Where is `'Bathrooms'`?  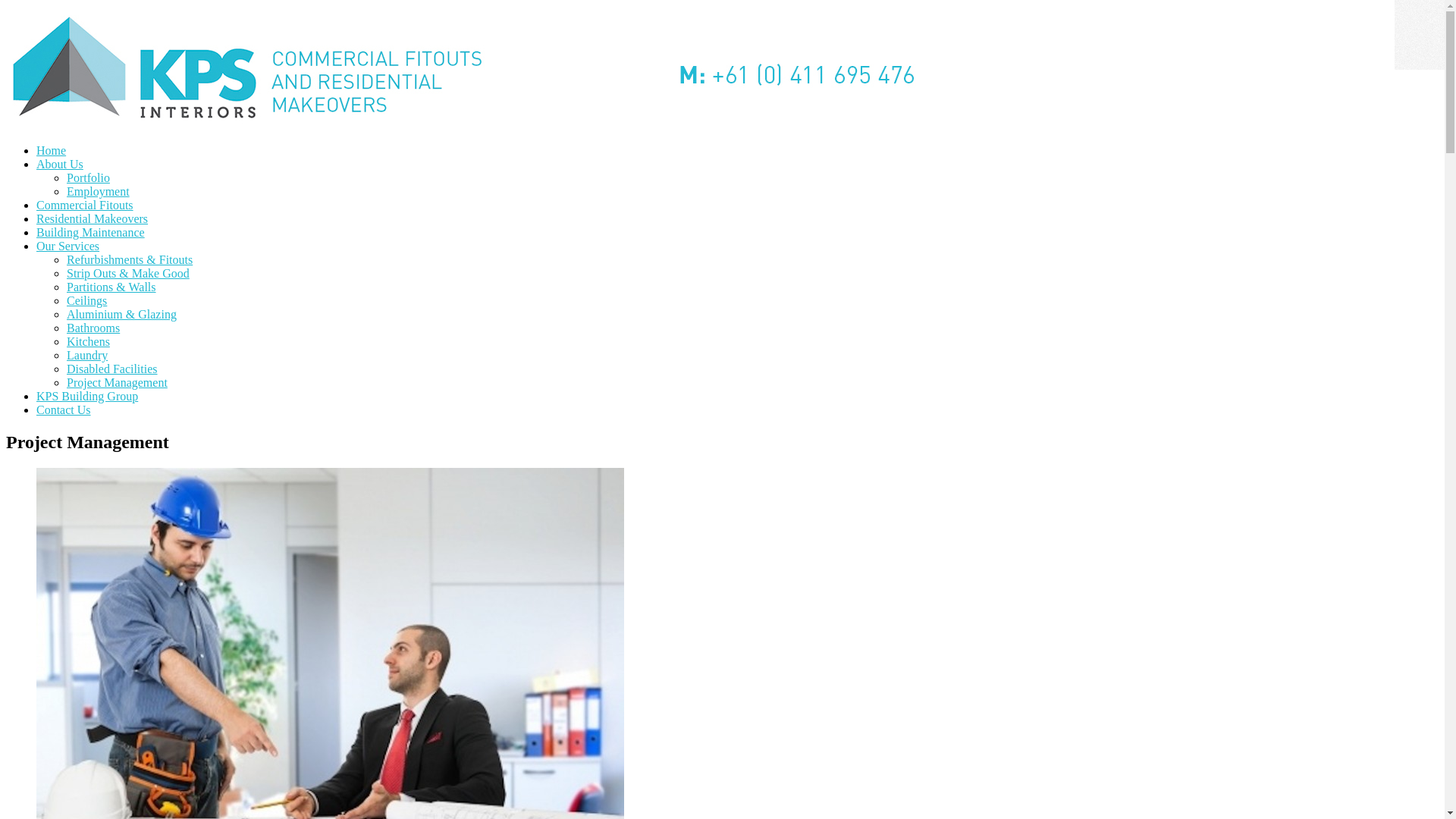 'Bathrooms' is located at coordinates (93, 327).